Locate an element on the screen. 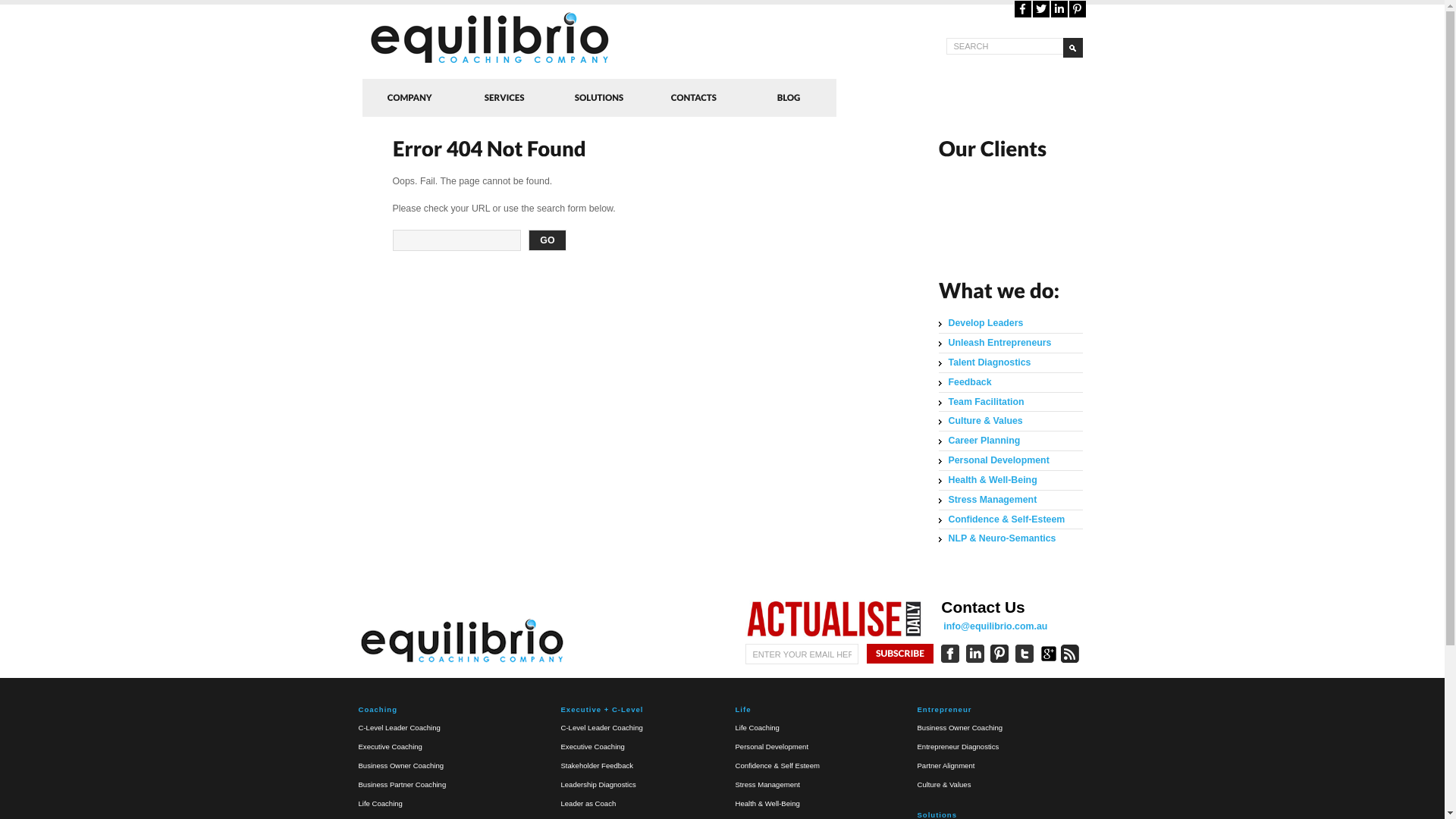 This screenshot has width=1456, height=819. 'Entrepreneur Diagnostics' is located at coordinates (957, 745).